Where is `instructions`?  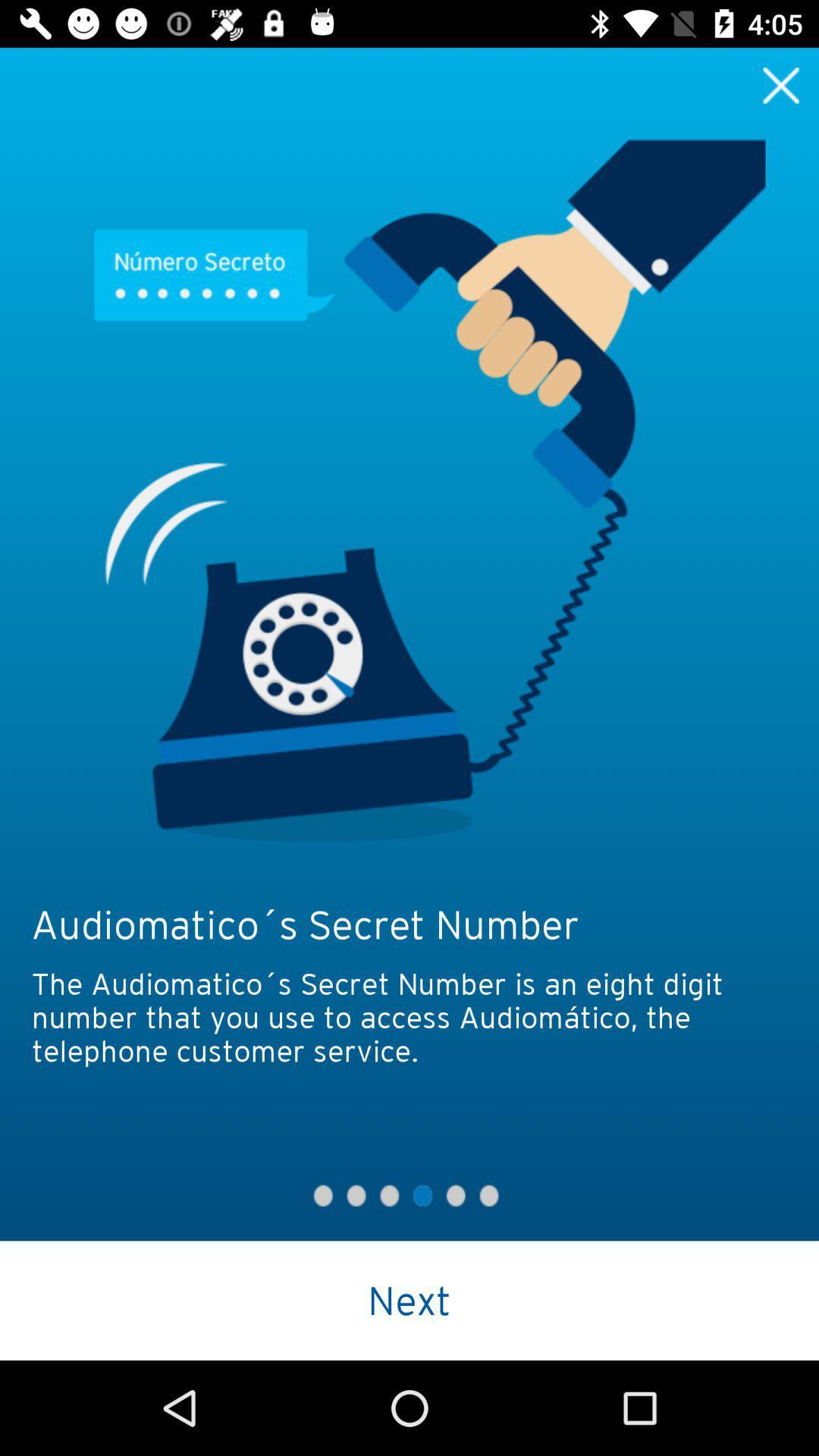
instructions is located at coordinates (781, 84).